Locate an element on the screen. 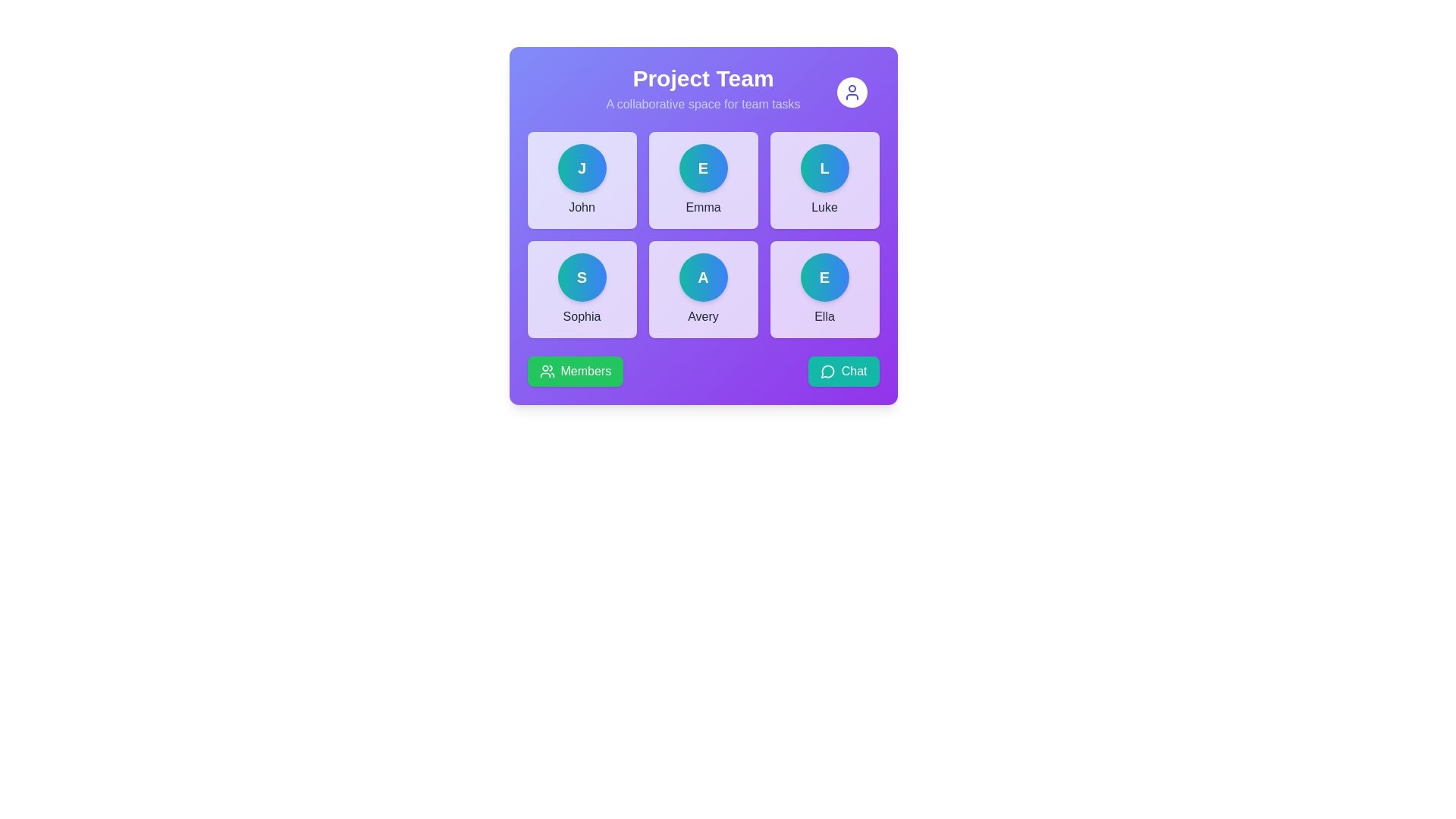  the 'Members' button icon, which resembles a group of people and is located at the bottom-left corner of the main interface card is located at coordinates (546, 371).